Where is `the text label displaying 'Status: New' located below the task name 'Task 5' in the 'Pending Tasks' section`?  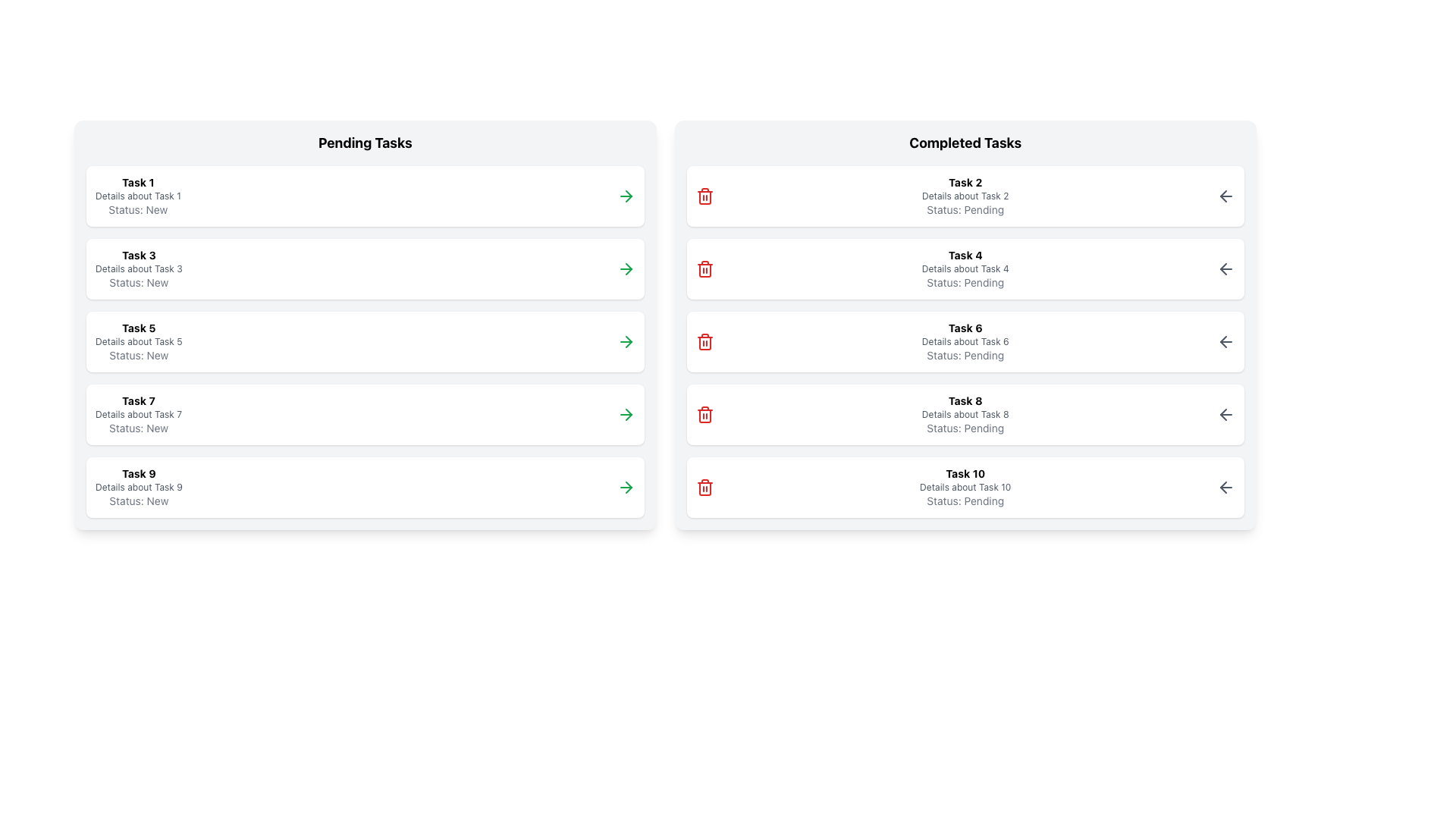 the text label displaying 'Status: New' located below the task name 'Task 5' in the 'Pending Tasks' section is located at coordinates (139, 355).